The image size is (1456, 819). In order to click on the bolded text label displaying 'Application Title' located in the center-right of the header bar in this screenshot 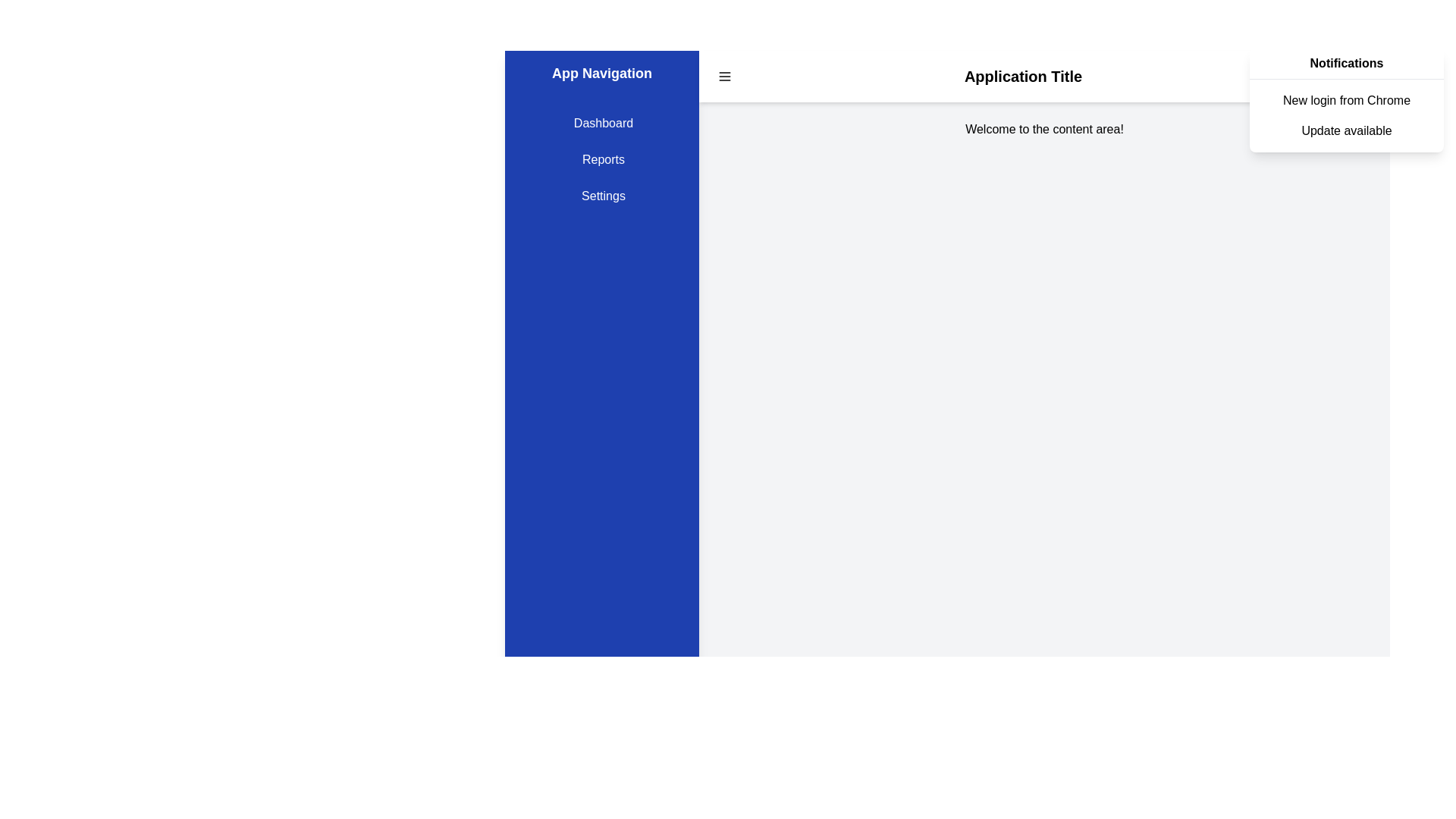, I will do `click(1023, 76)`.